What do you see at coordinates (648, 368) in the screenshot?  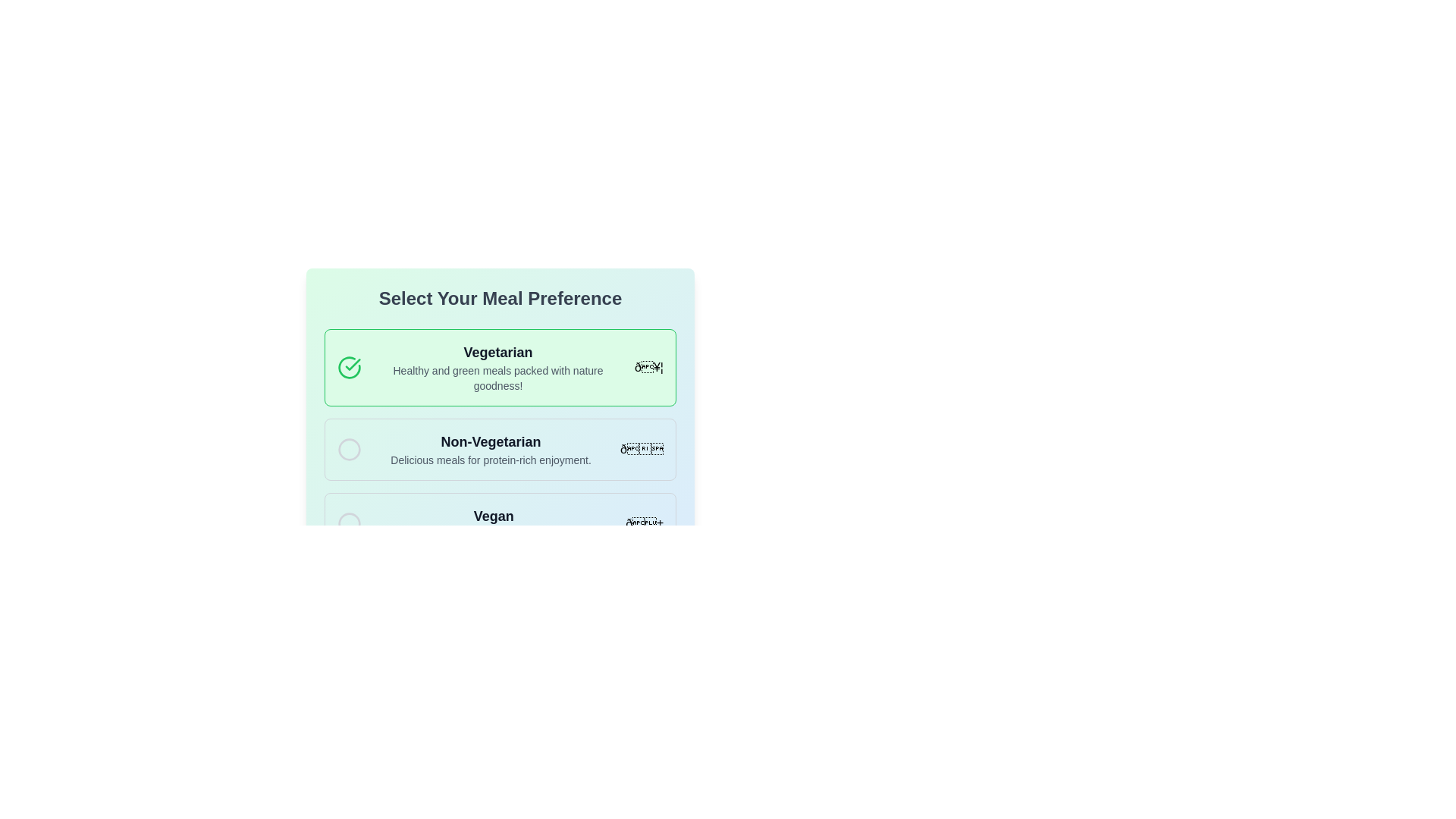 I see `the small emoji-like graphic located at the far-right side of the 'Vegetarian' section within the 'Select Your Meal Preference' menu` at bounding box center [648, 368].